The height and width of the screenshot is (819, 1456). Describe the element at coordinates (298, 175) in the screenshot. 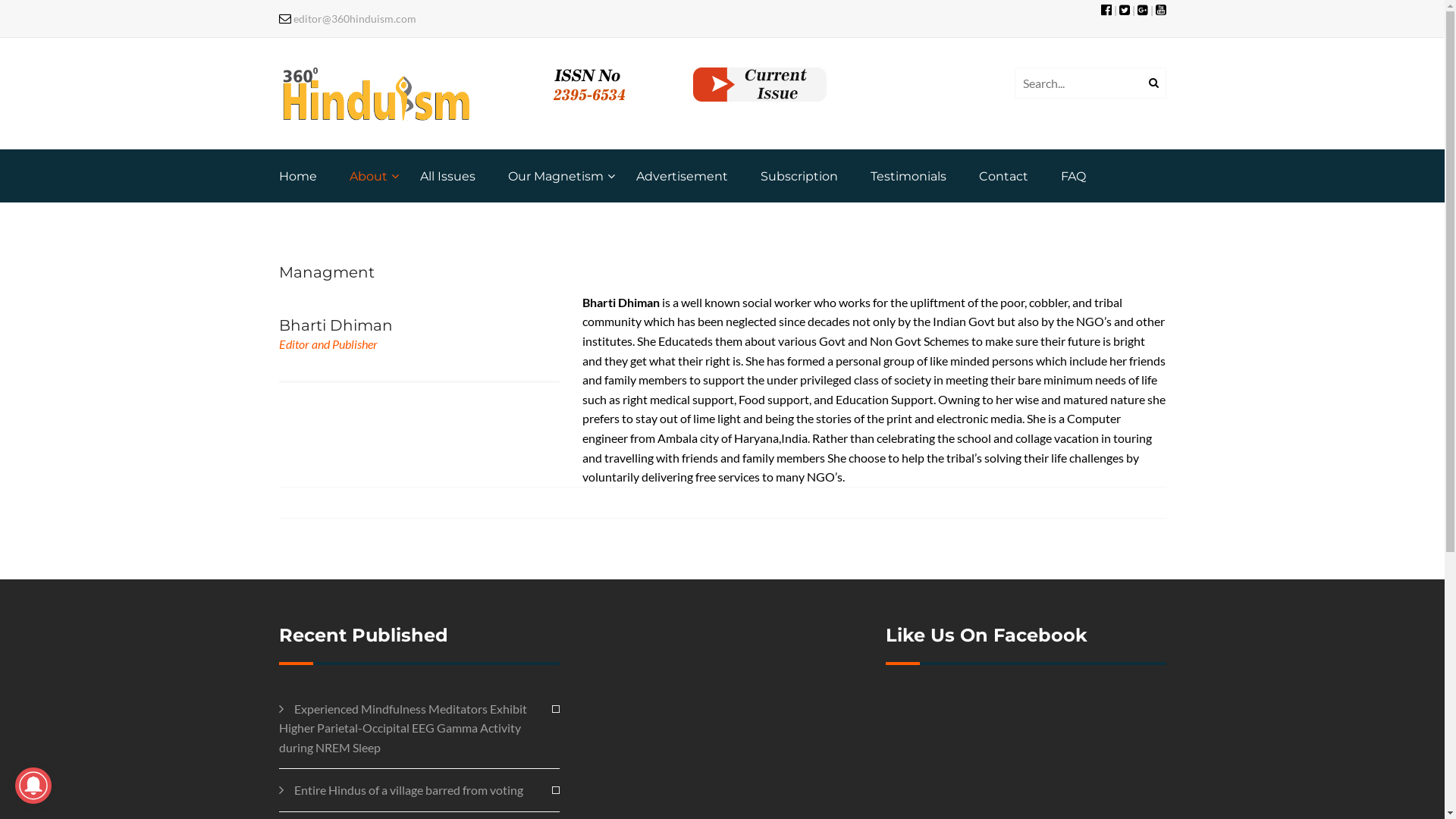

I see `'Home'` at that location.